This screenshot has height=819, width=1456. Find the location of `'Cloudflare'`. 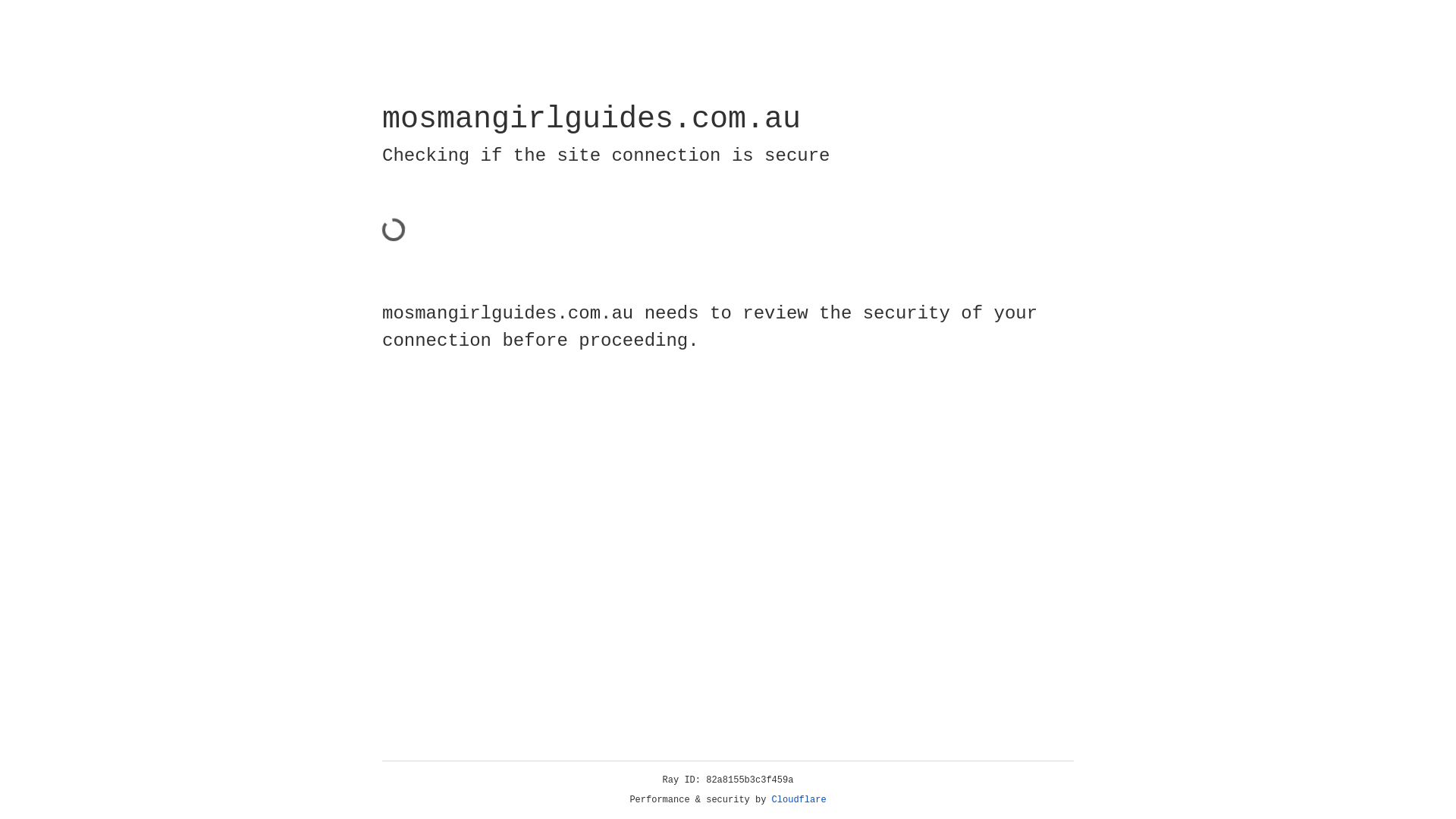

'Cloudflare' is located at coordinates (799, 799).